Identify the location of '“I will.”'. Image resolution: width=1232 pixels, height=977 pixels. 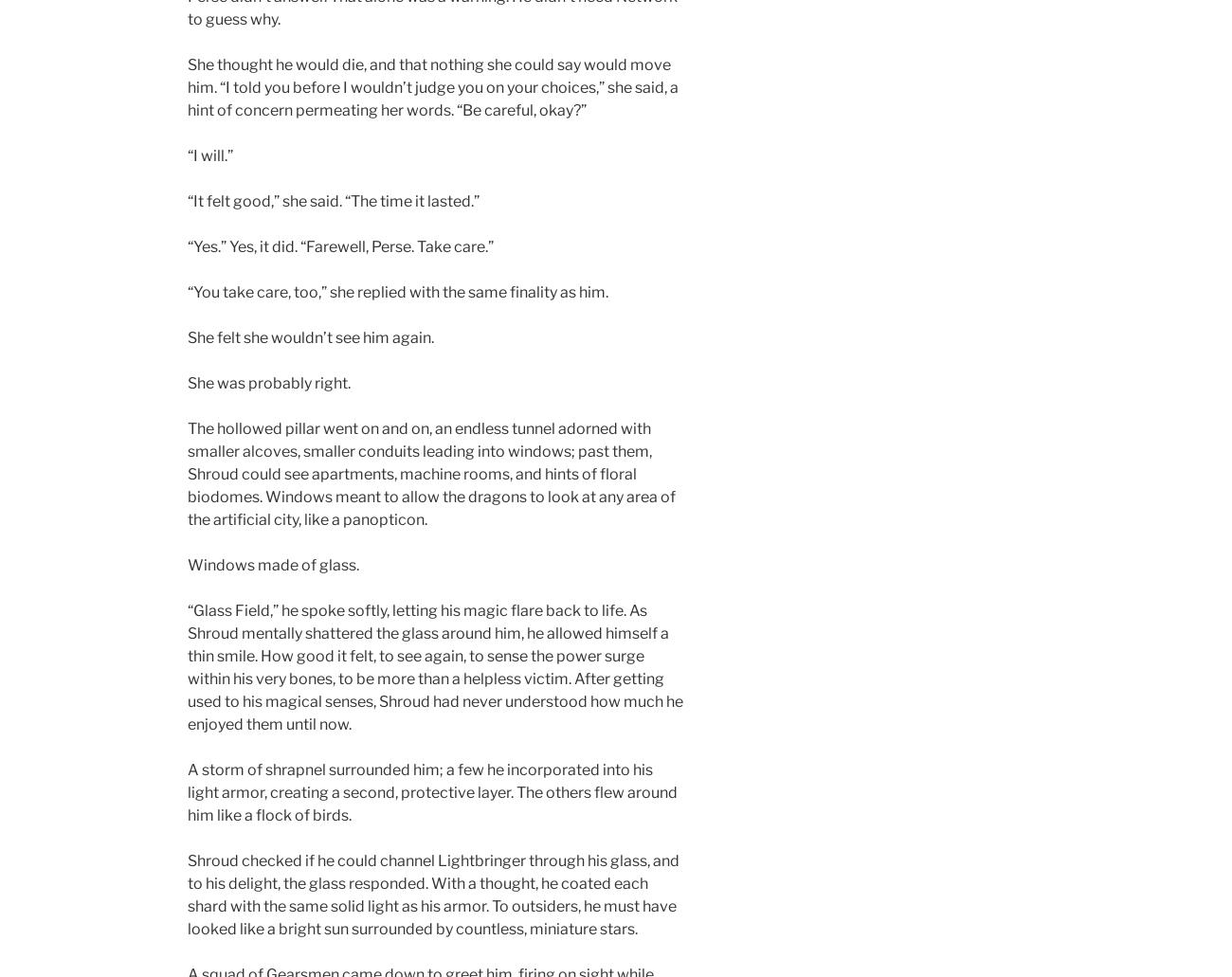
(209, 154).